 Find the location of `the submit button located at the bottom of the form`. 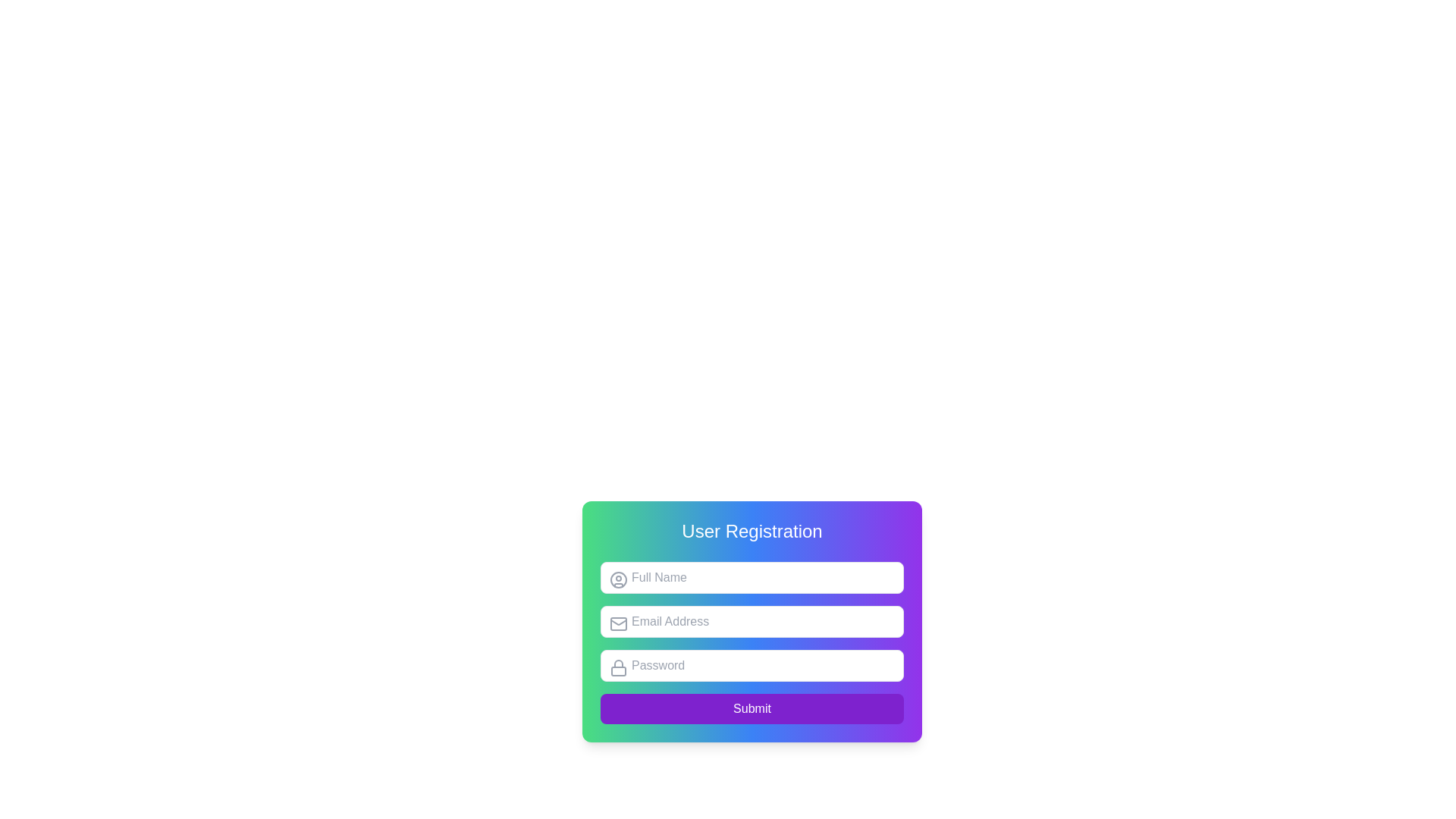

the submit button located at the bottom of the form is located at coordinates (752, 708).